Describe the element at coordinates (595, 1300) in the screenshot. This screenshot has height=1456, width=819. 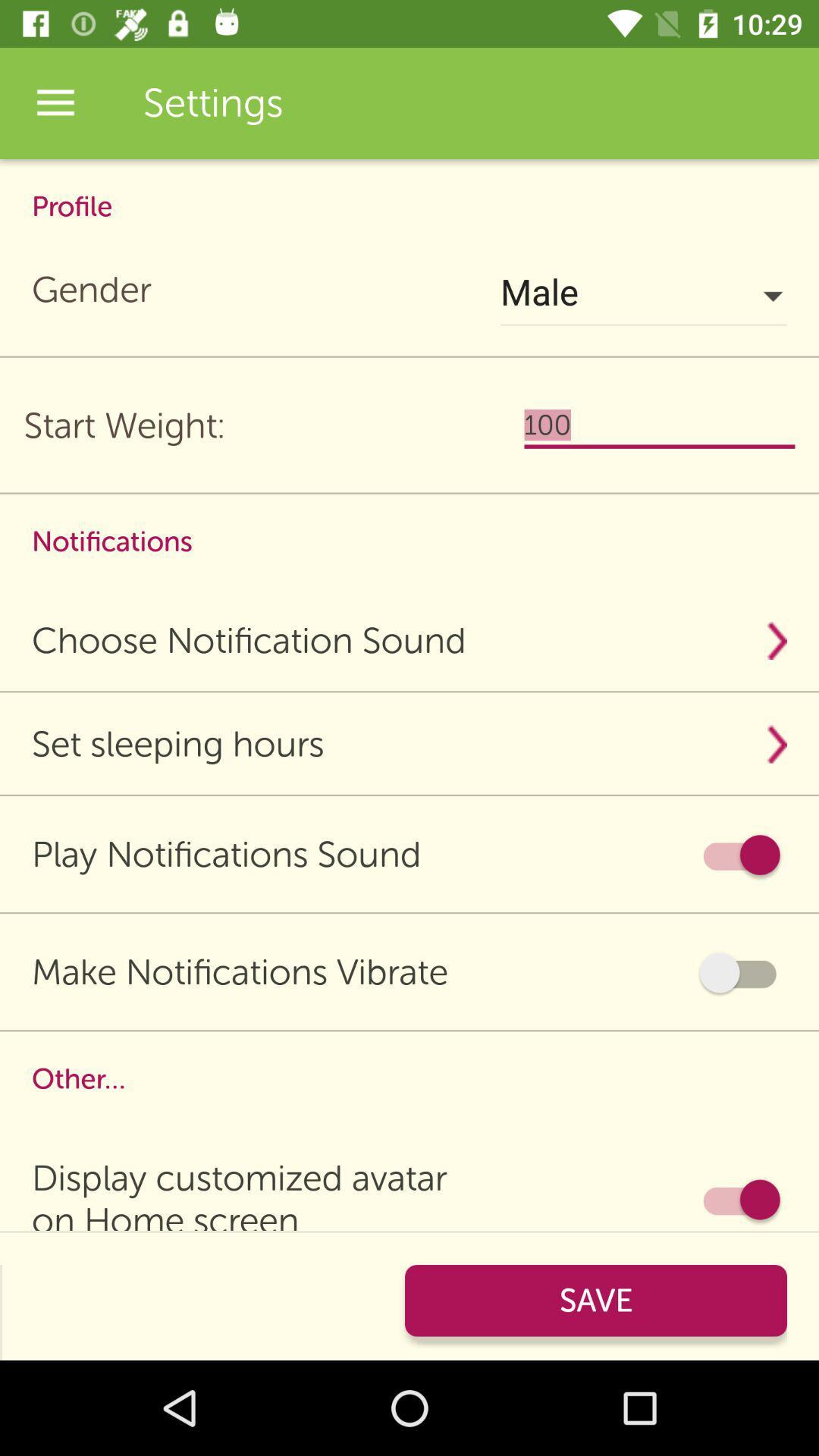
I see `the pink button which is at bottom right corner of the page` at that location.